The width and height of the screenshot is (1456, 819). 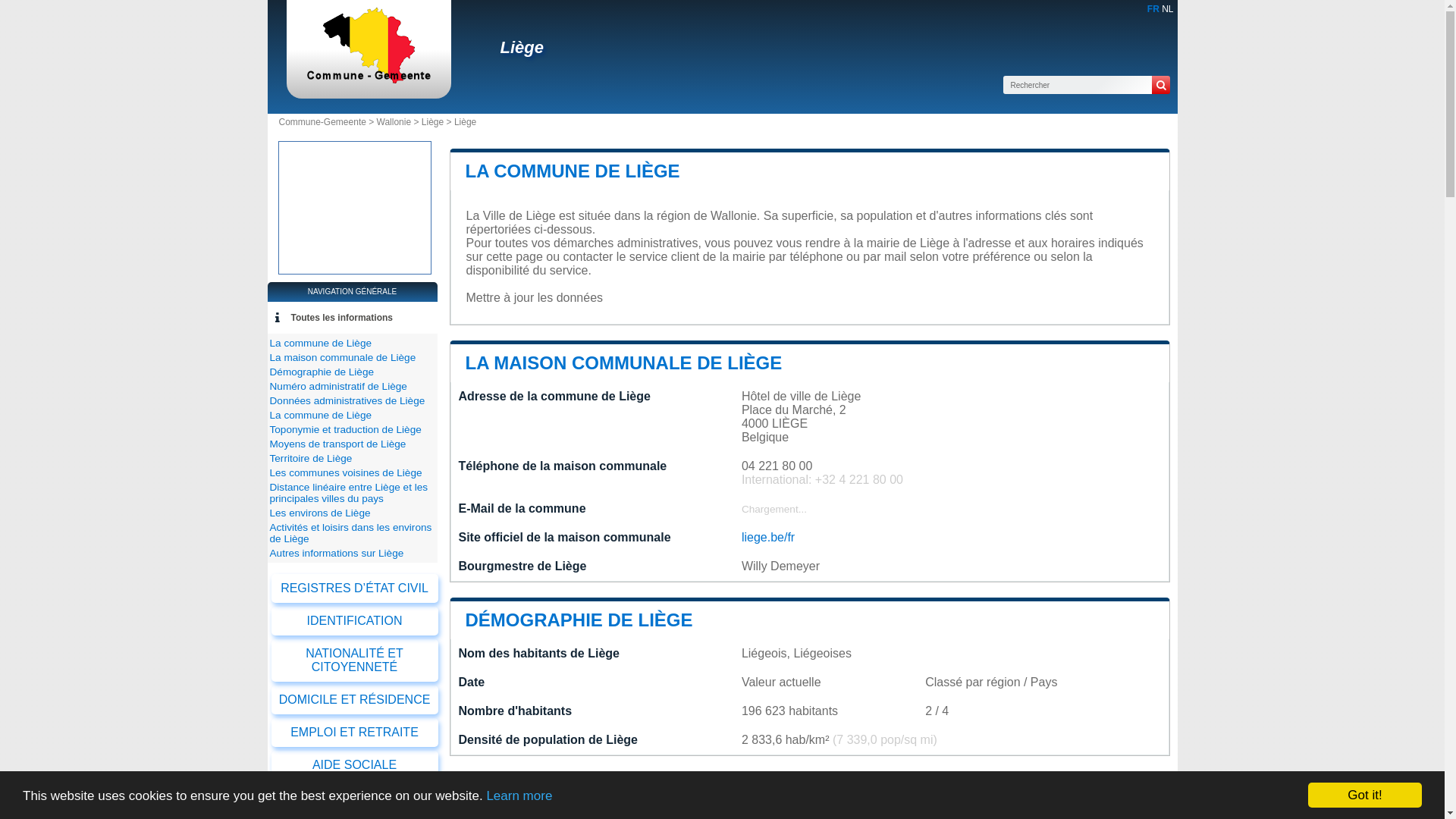 What do you see at coordinates (341, 317) in the screenshot?
I see `'Toutes les informations'` at bounding box center [341, 317].